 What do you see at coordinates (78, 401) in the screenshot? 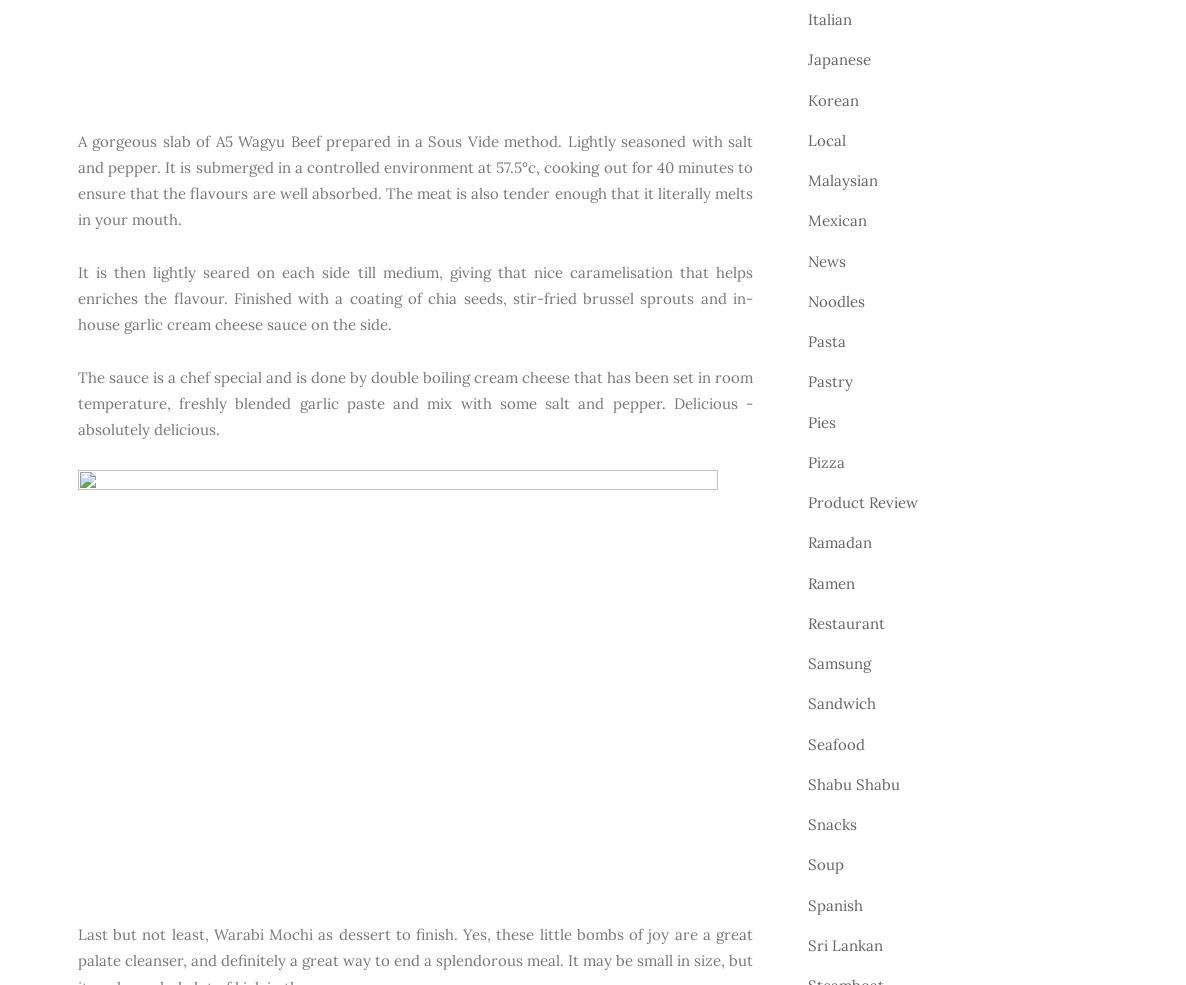
I see `'The sauce is a chef special and is done by double boiling cream cheese that has been set in room temperature, freshly blended garlic paste and mix with some salt and pepper. Delicious - absolutely delicious.'` at bounding box center [78, 401].